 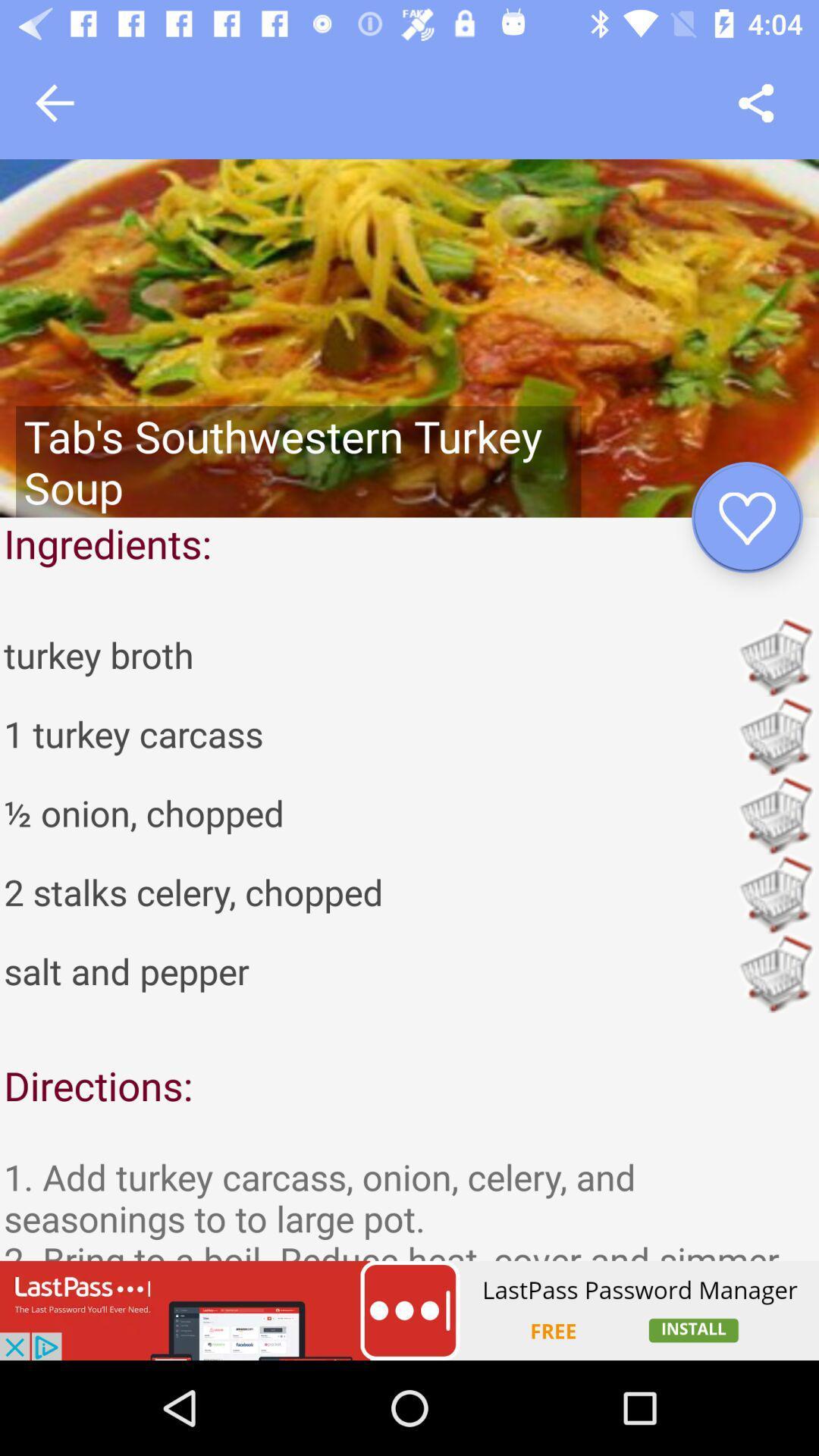 I want to click on go back, so click(x=54, y=102).